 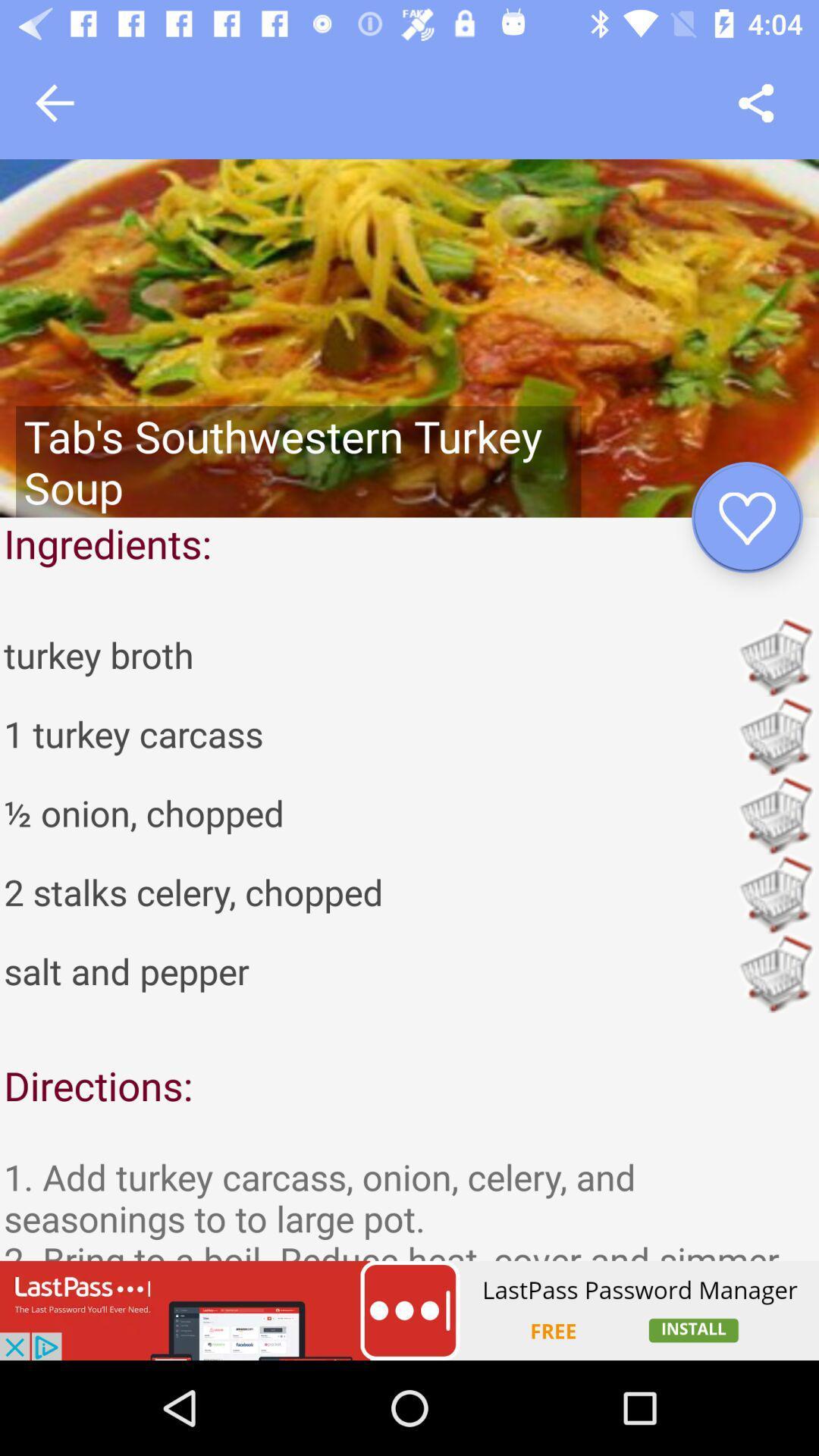 I want to click on go back, so click(x=54, y=102).